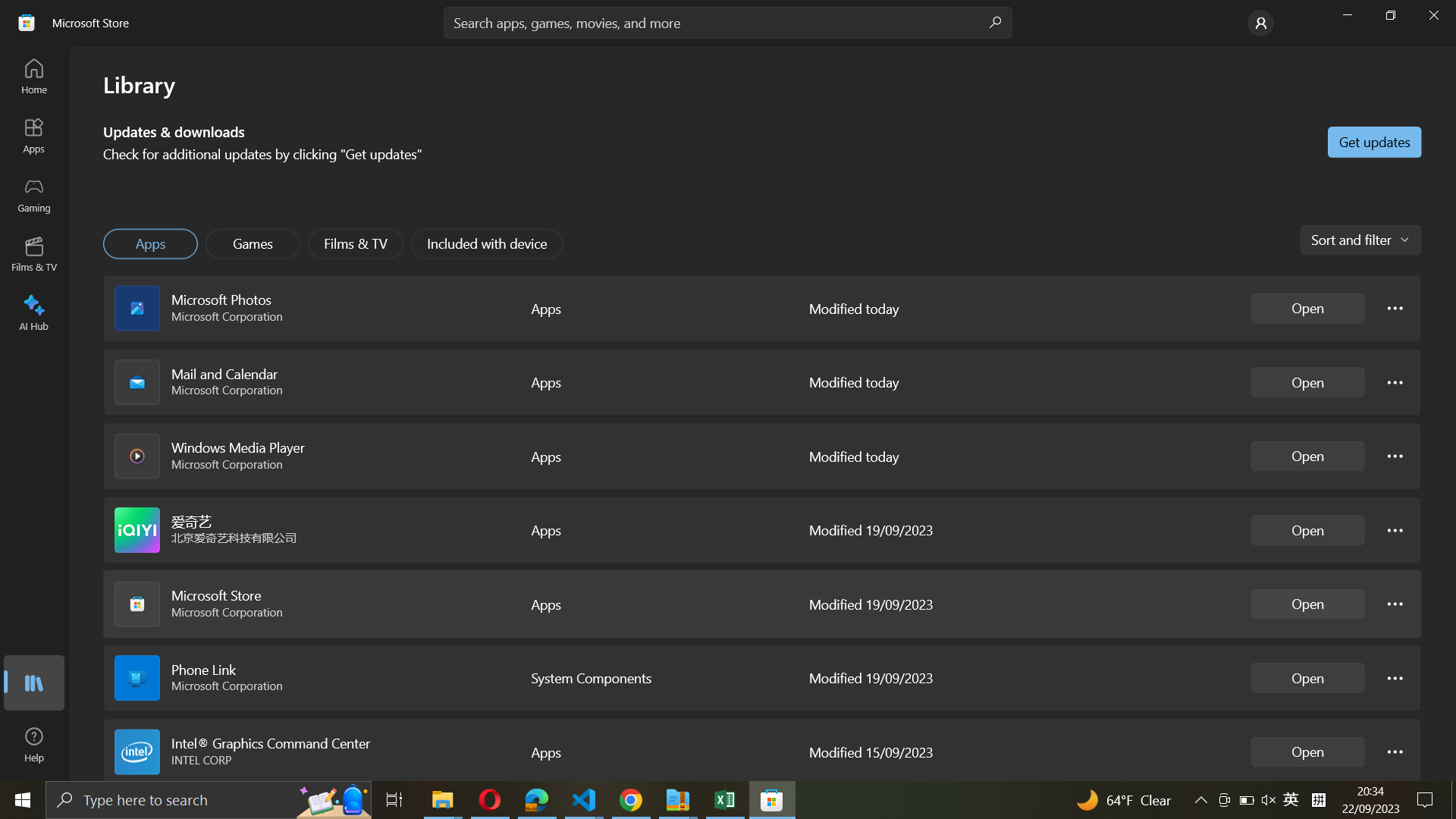 Image resolution: width=1456 pixels, height=819 pixels. What do you see at coordinates (1359, 239) in the screenshot?
I see `See Sort & Filter options` at bounding box center [1359, 239].